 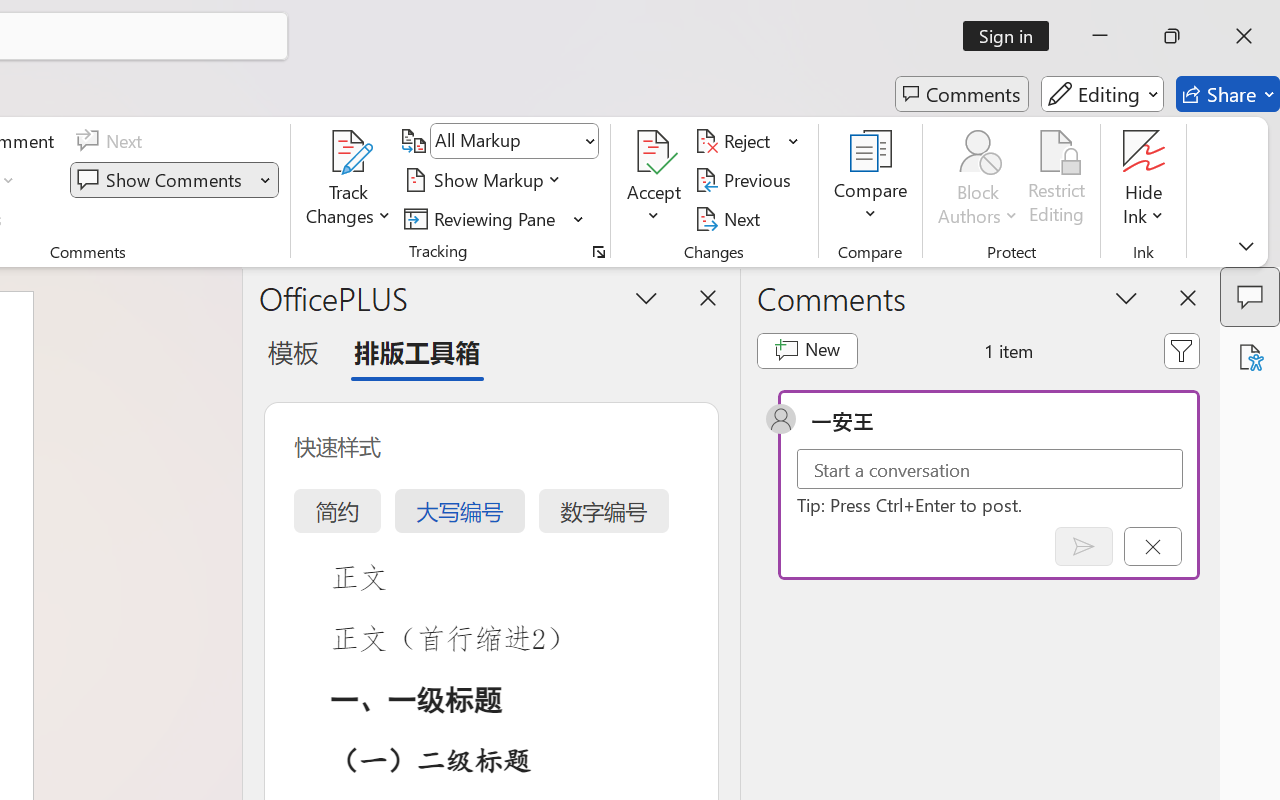 I want to click on 'Hide Ink', so click(x=1144, y=151).